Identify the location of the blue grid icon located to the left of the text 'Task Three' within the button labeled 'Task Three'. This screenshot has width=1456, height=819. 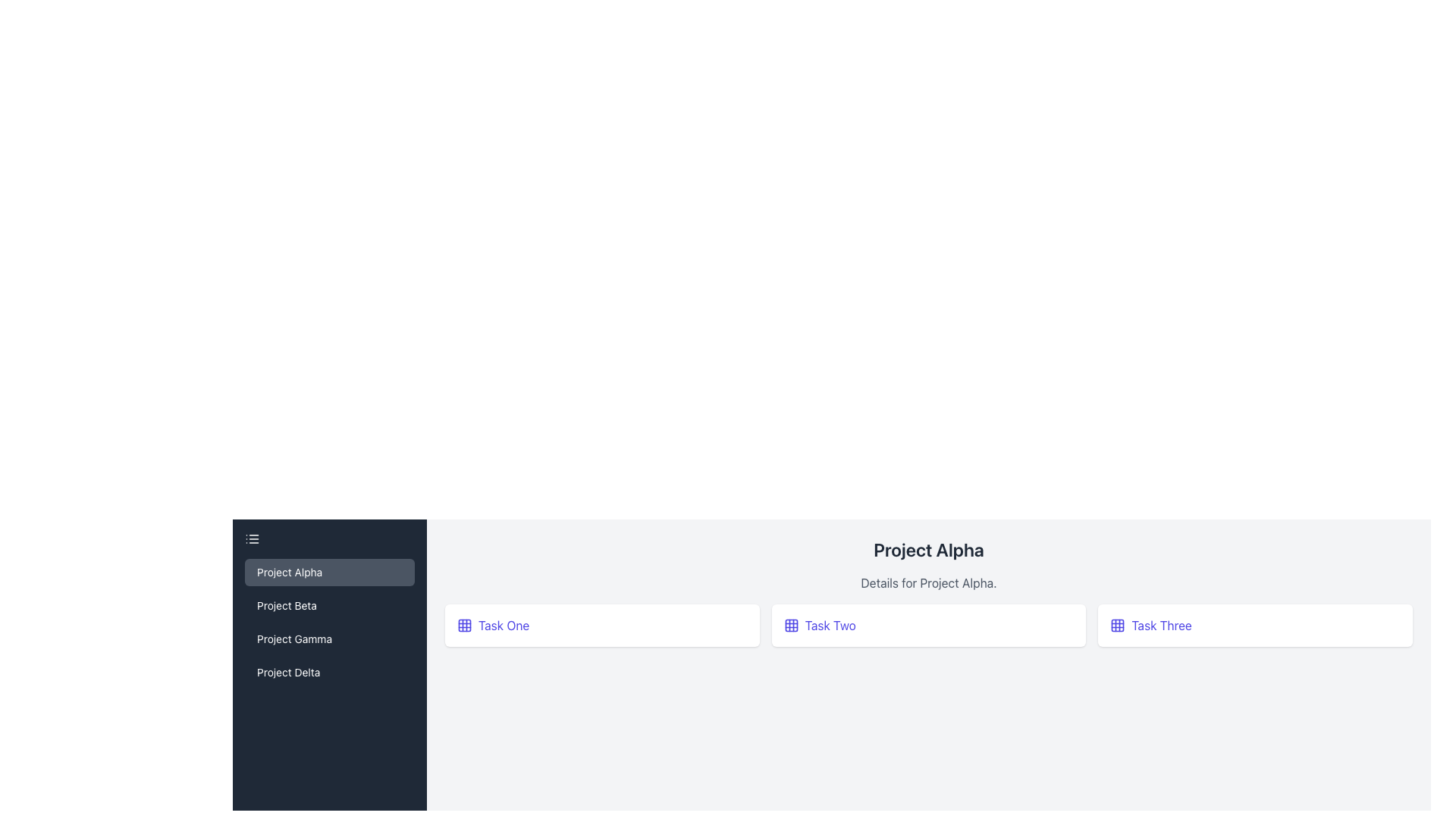
(1117, 626).